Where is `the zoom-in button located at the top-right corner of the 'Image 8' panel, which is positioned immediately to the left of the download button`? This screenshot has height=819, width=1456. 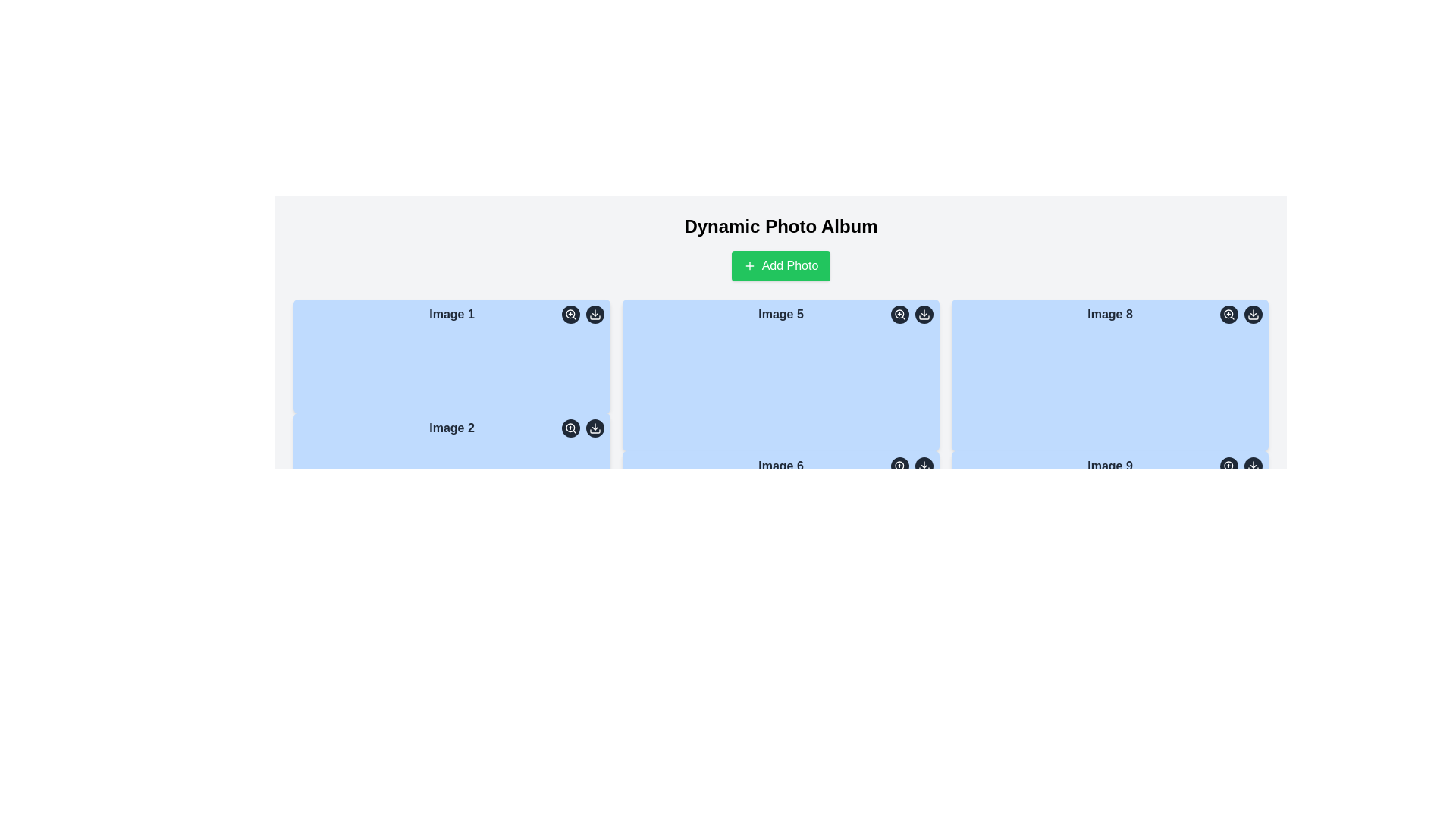
the zoom-in button located at the top-right corner of the 'Image 8' panel, which is positioned immediately to the left of the download button is located at coordinates (1229, 314).